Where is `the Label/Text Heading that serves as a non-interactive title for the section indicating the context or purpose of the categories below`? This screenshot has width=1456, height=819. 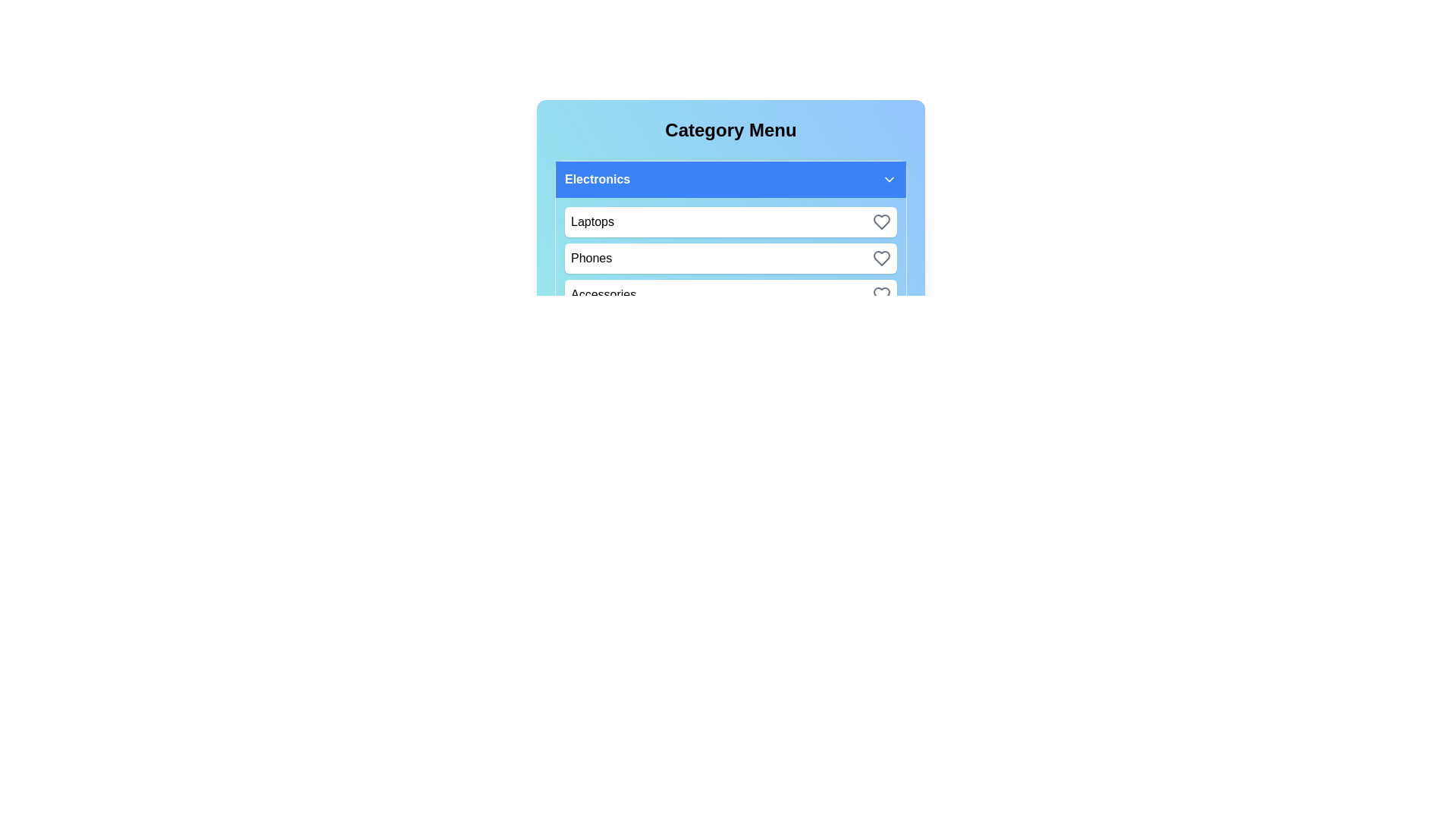
the Label/Text Heading that serves as a non-interactive title for the section indicating the context or purpose of the categories below is located at coordinates (731, 130).